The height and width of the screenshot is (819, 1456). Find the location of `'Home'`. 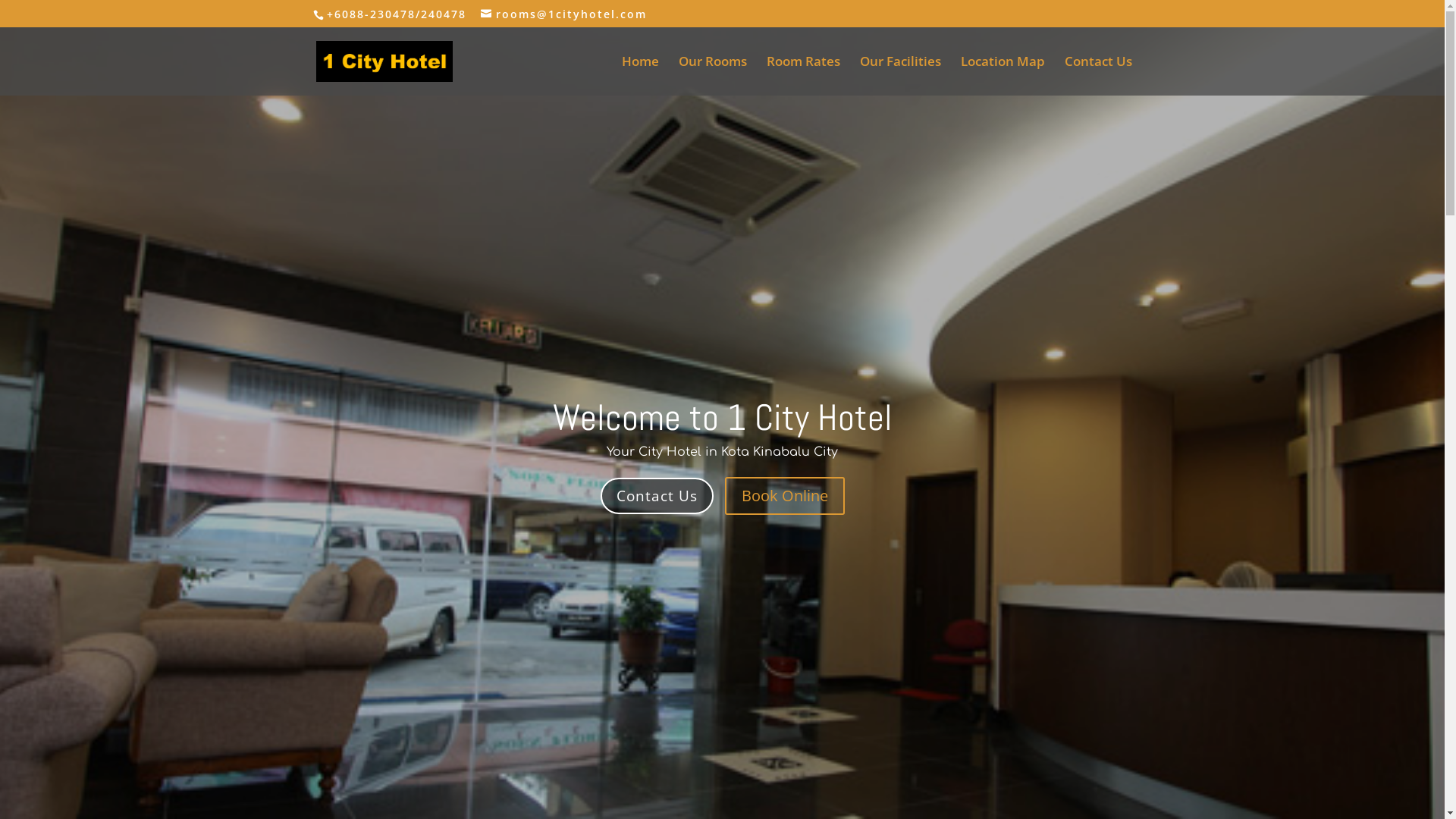

'Home' is located at coordinates (622, 76).